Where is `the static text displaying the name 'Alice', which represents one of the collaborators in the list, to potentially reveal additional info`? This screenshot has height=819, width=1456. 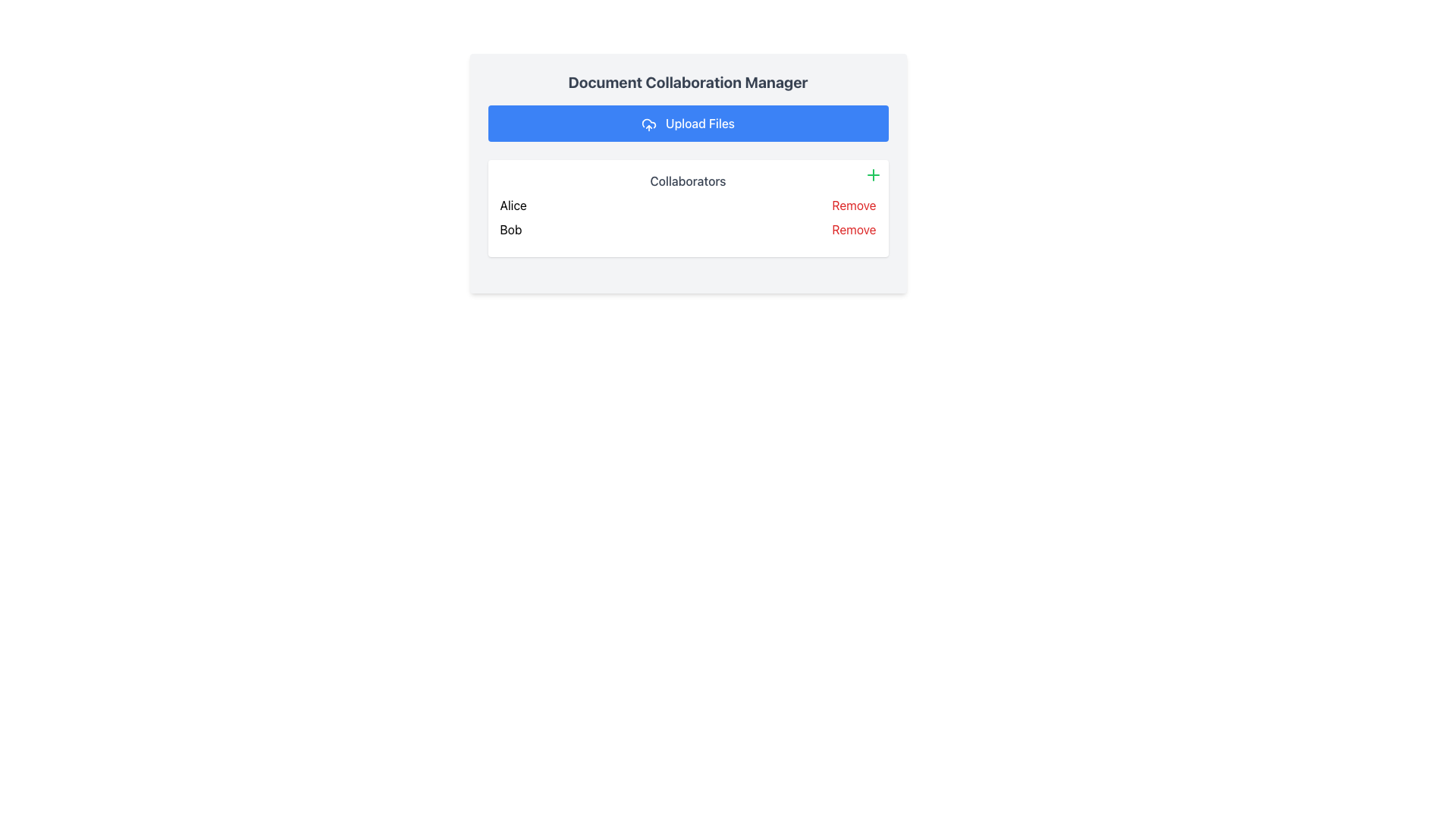 the static text displaying the name 'Alice', which represents one of the collaborators in the list, to potentially reveal additional info is located at coordinates (513, 205).